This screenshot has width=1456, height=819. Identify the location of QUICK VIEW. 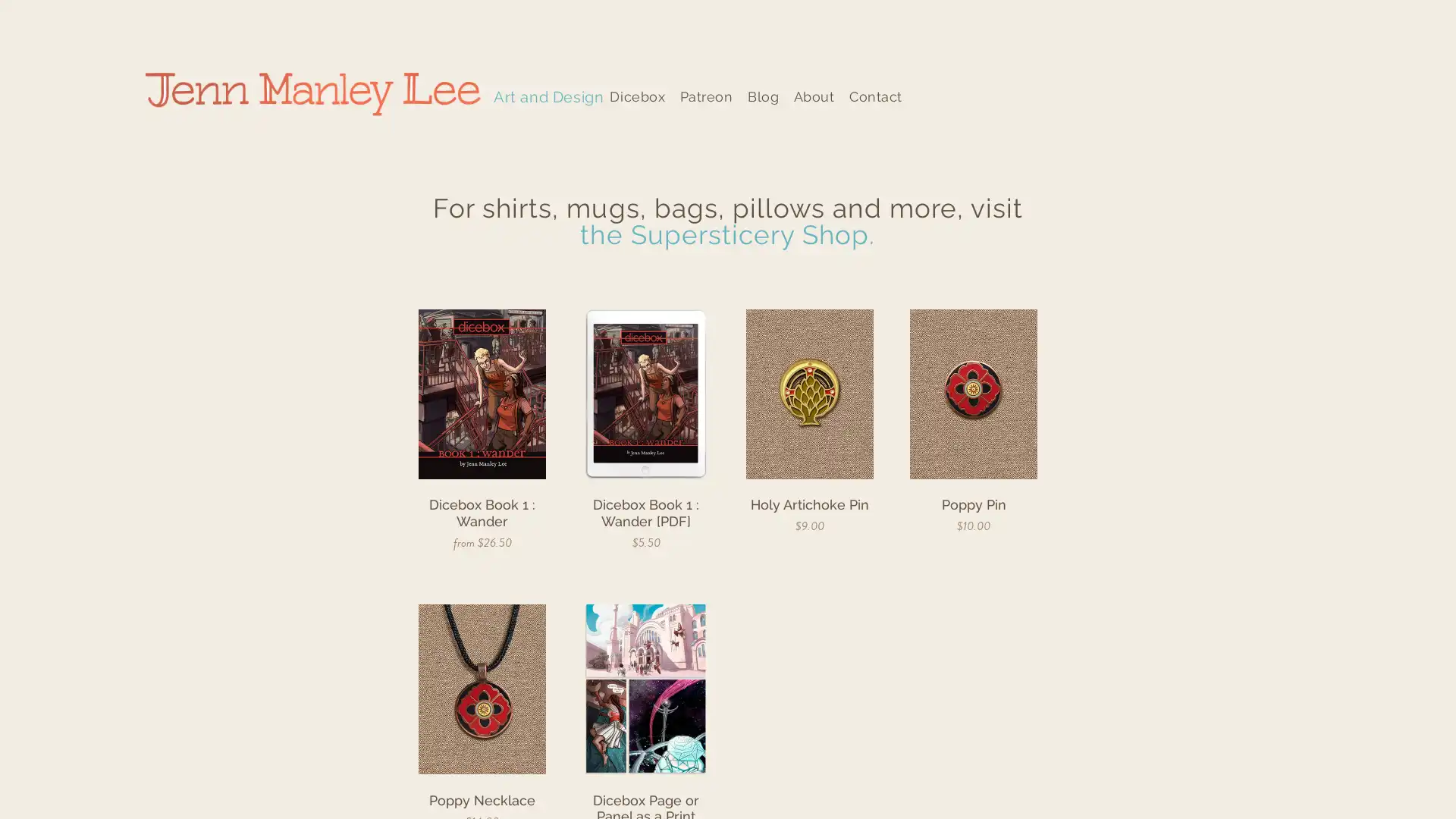
(808, 503).